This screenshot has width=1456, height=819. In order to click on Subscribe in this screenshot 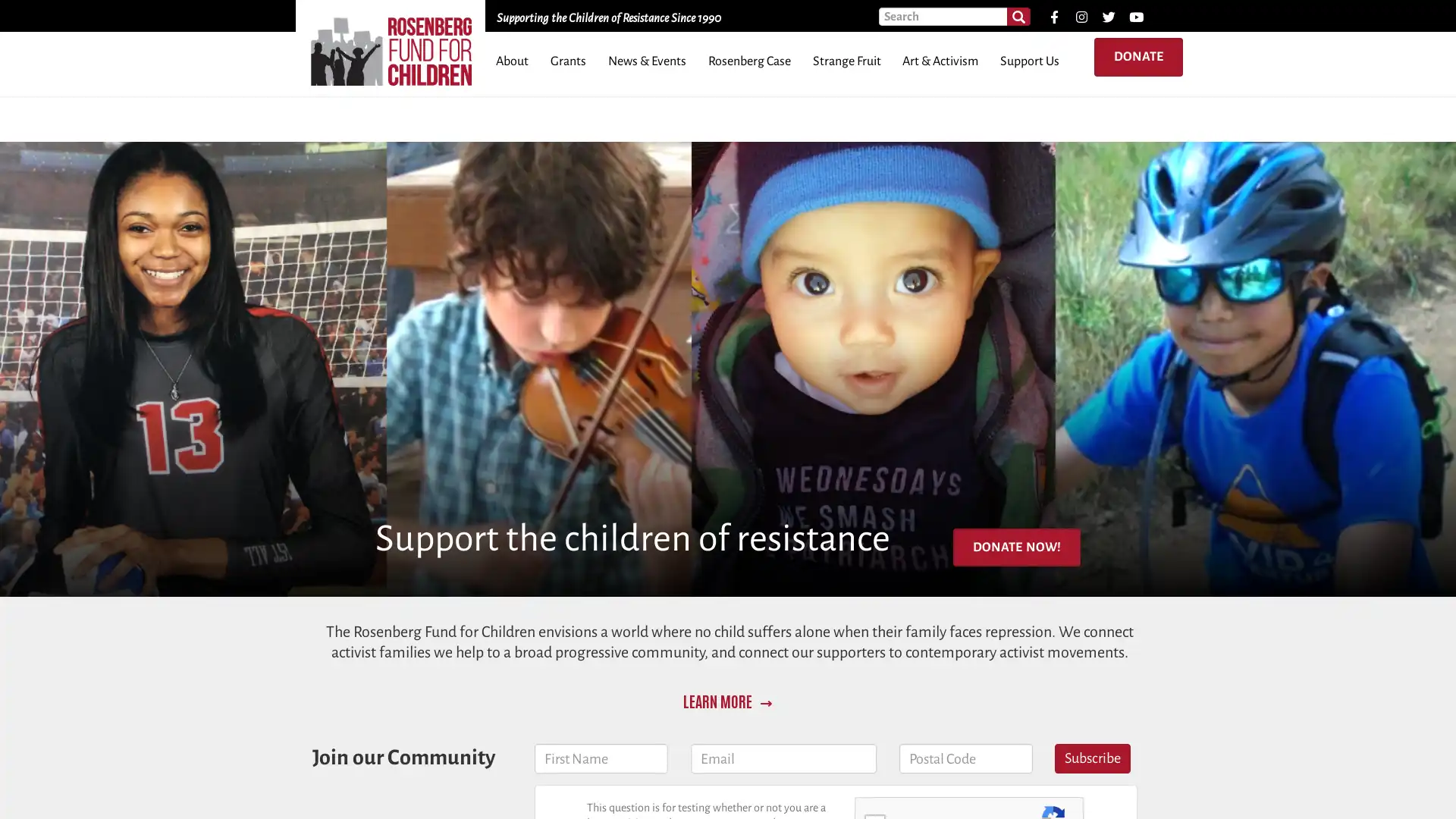, I will do `click(1092, 758)`.